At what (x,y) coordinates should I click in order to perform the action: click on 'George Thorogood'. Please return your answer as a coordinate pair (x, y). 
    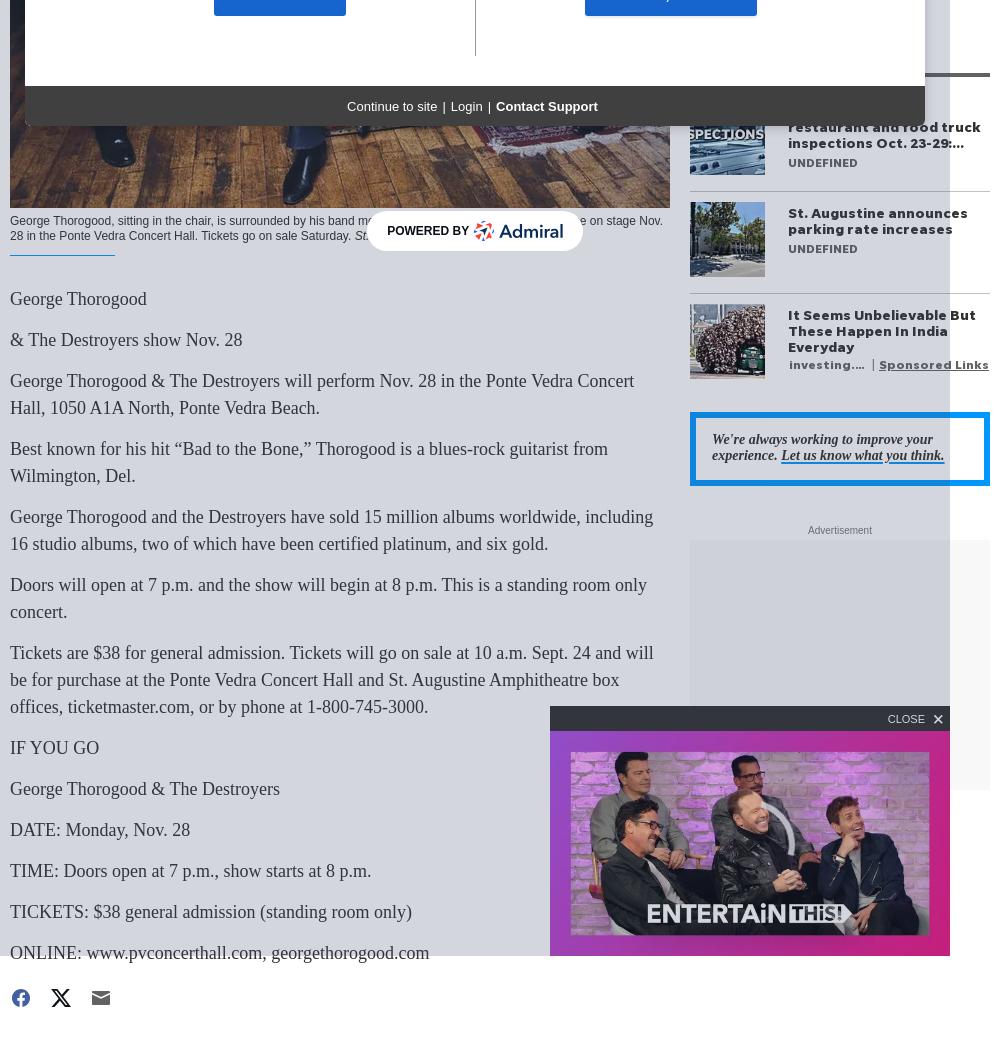
    Looking at the image, I should click on (77, 298).